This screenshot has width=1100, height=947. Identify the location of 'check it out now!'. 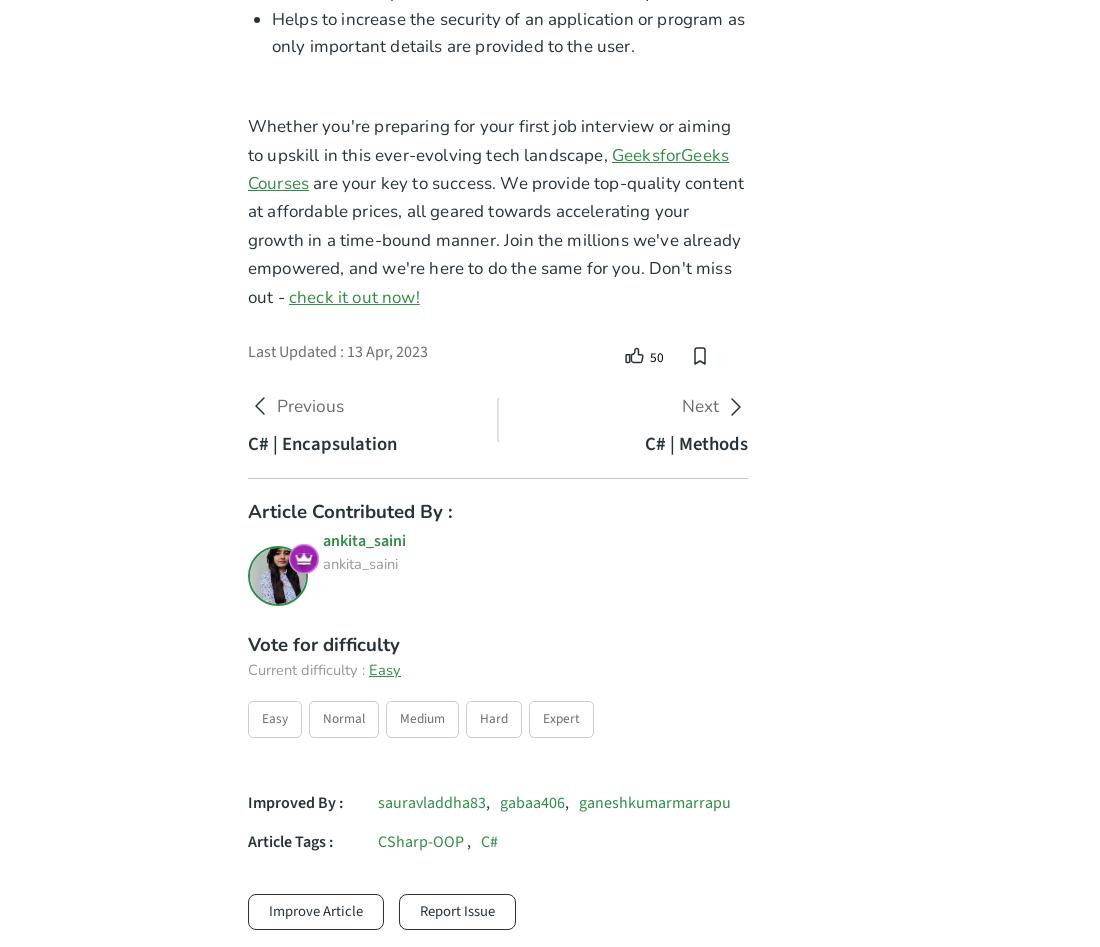
(353, 295).